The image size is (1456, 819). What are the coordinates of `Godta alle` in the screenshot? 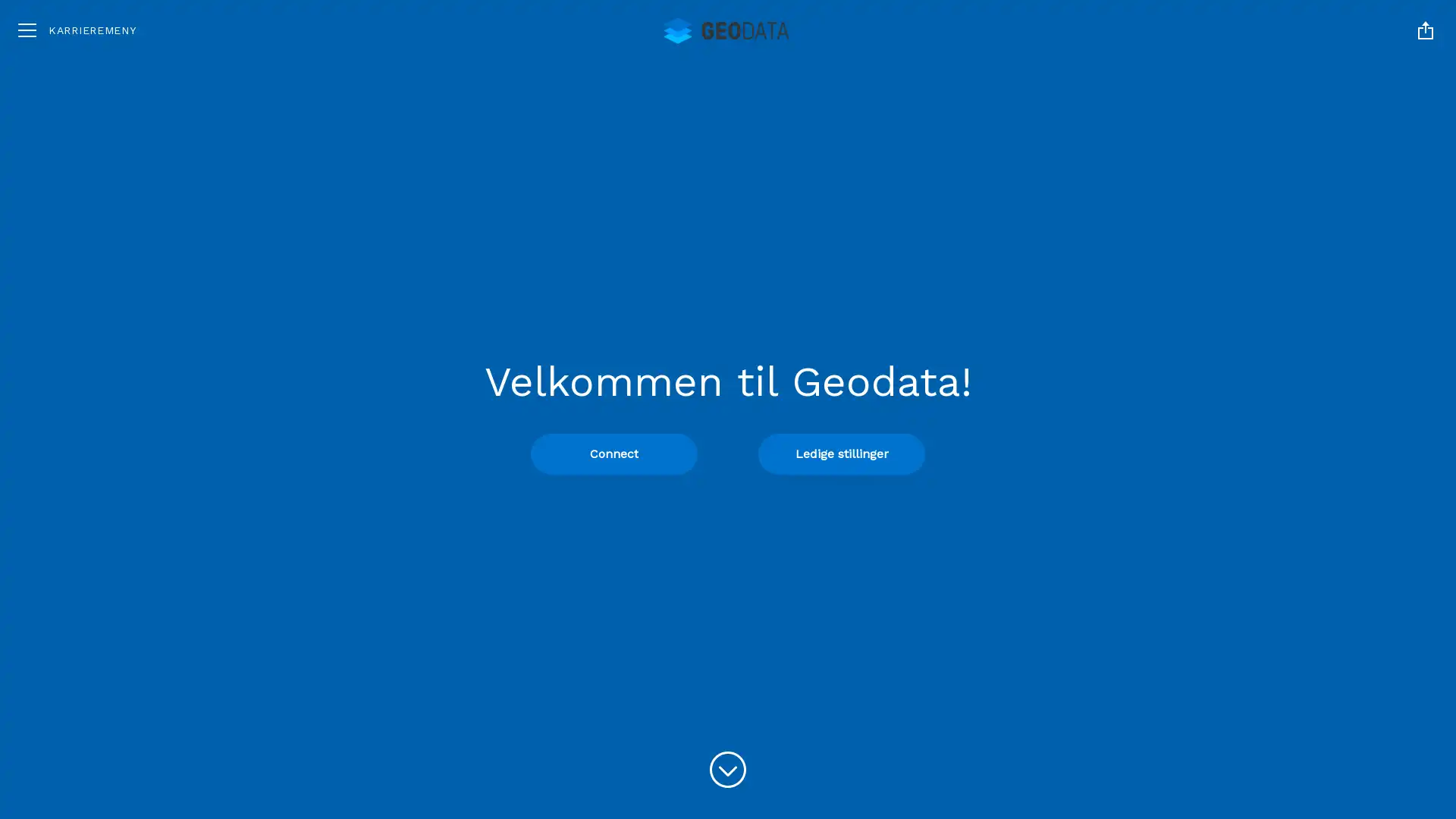 It's located at (1282, 645).